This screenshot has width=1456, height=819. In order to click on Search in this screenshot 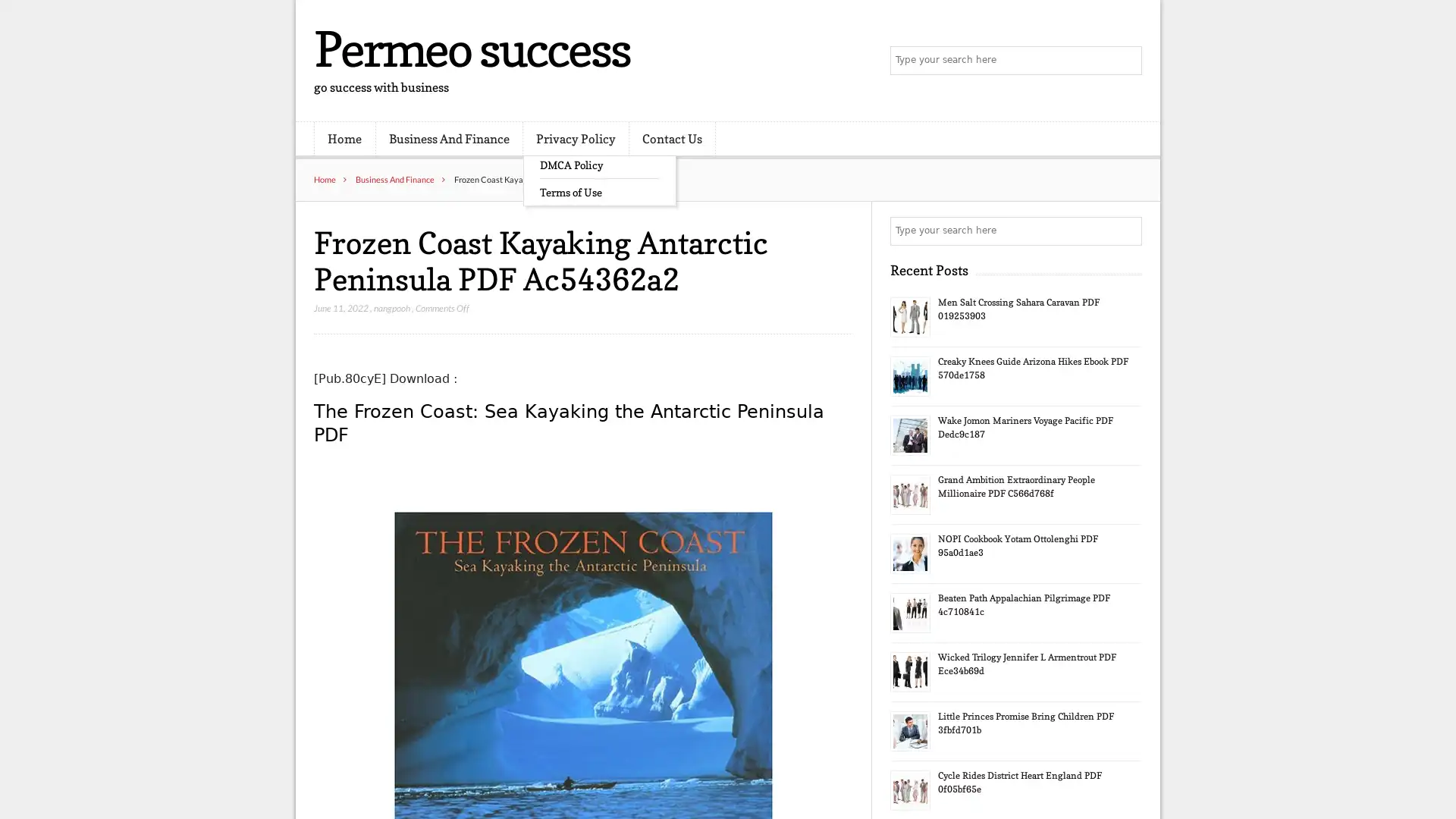, I will do `click(1126, 231)`.